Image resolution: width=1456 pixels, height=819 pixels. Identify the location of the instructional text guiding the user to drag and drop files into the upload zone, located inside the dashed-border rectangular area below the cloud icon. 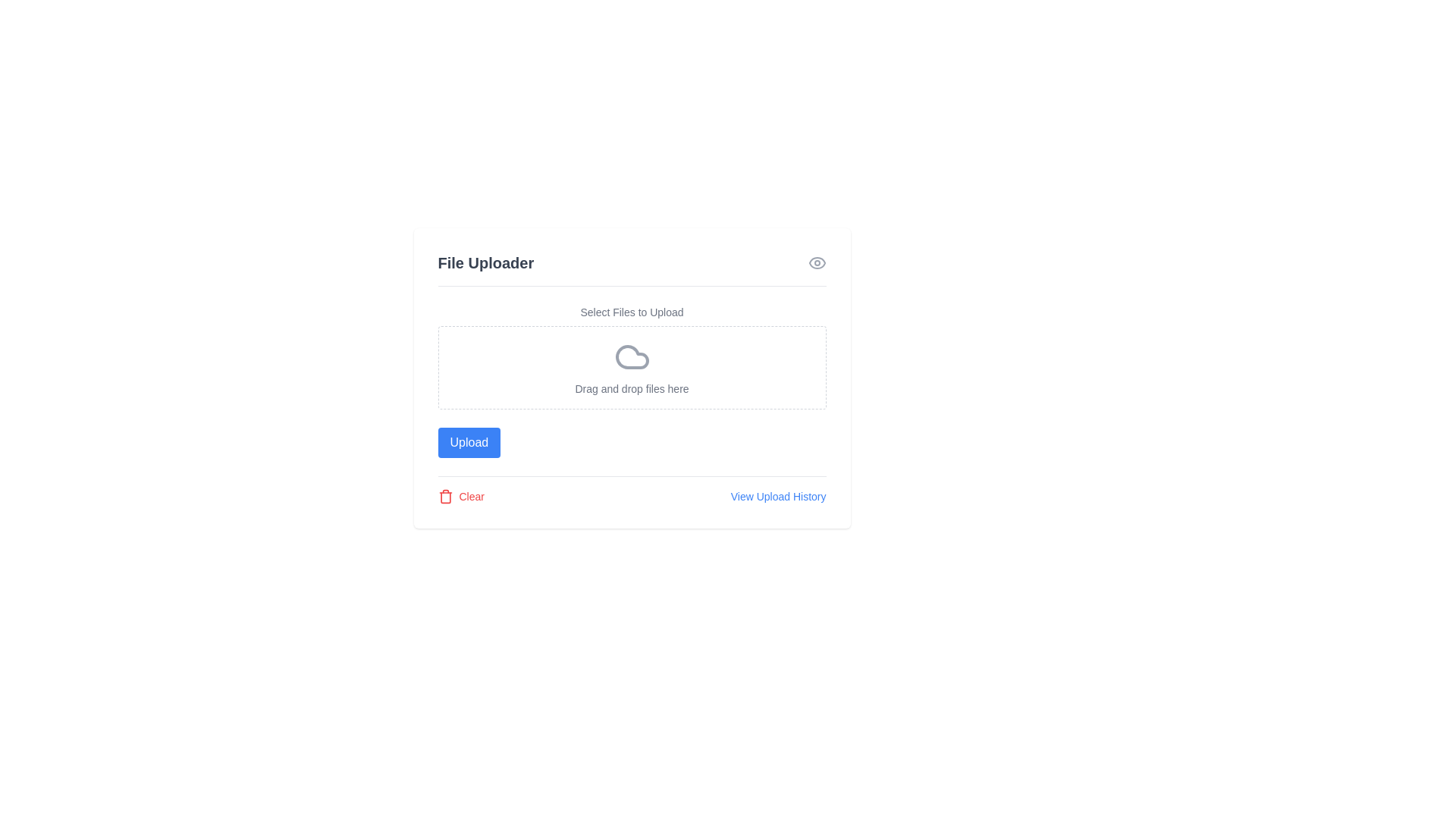
(632, 388).